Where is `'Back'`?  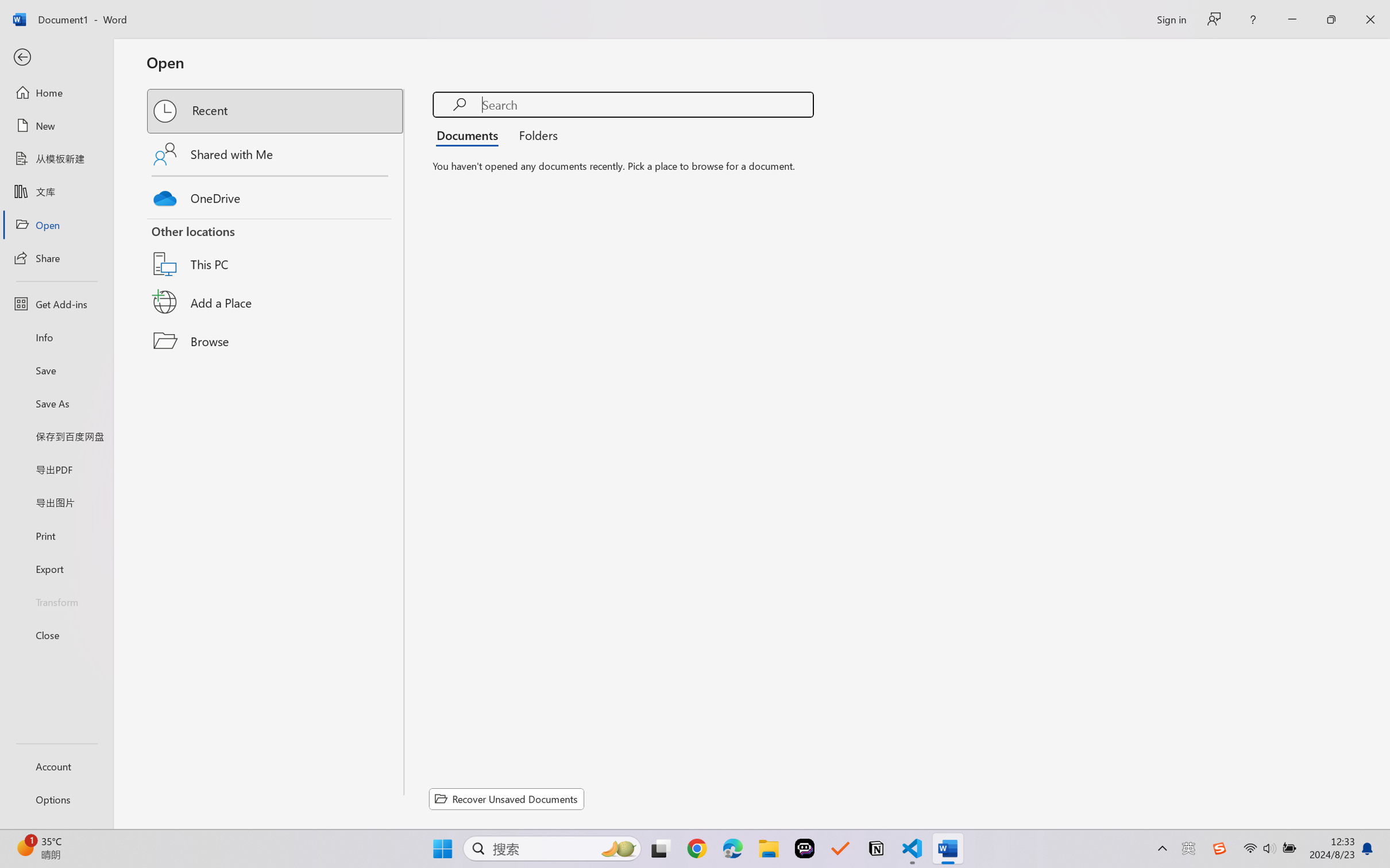 'Back' is located at coordinates (56, 57).